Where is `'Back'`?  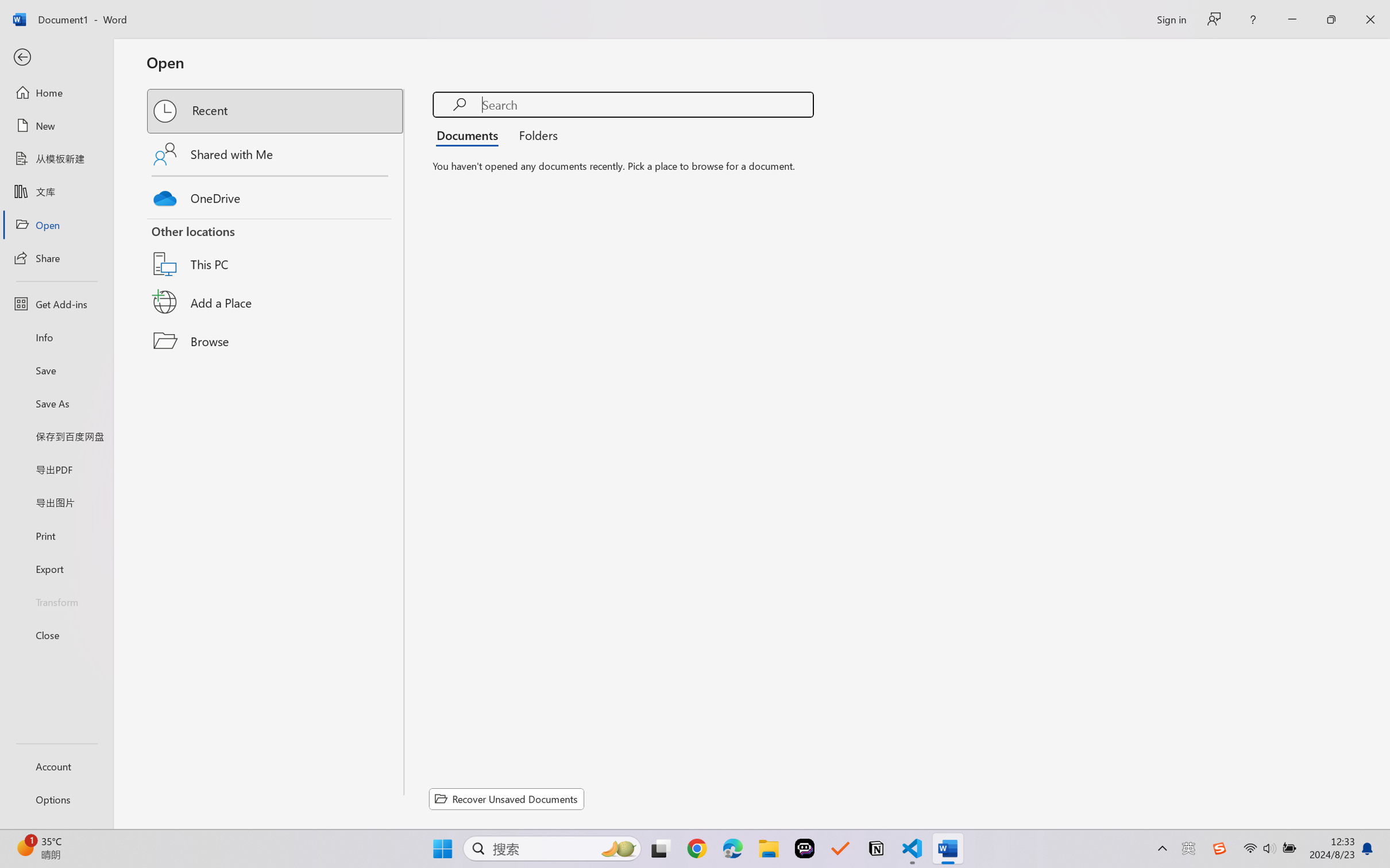 'Back' is located at coordinates (56, 57).